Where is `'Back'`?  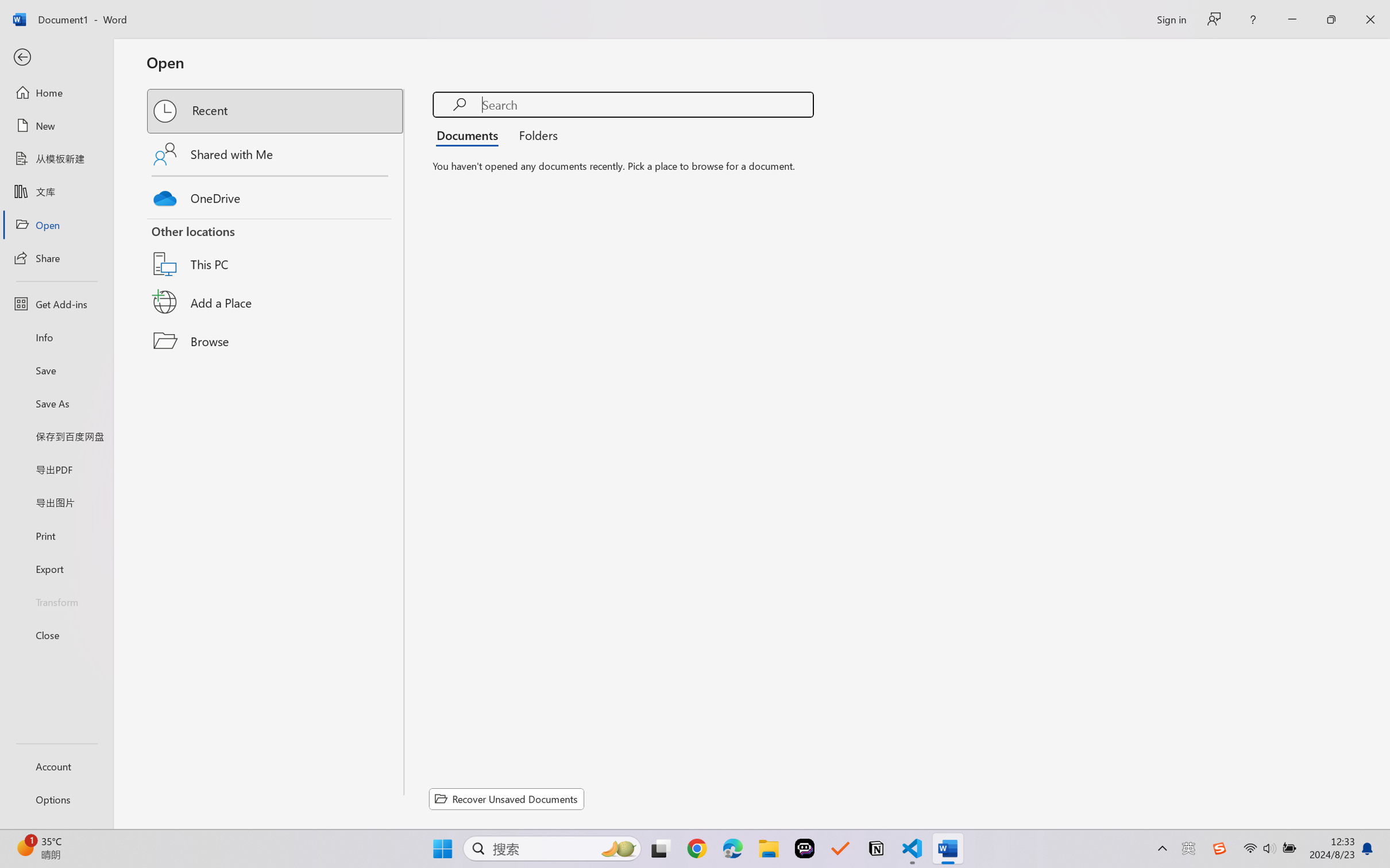 'Back' is located at coordinates (56, 57).